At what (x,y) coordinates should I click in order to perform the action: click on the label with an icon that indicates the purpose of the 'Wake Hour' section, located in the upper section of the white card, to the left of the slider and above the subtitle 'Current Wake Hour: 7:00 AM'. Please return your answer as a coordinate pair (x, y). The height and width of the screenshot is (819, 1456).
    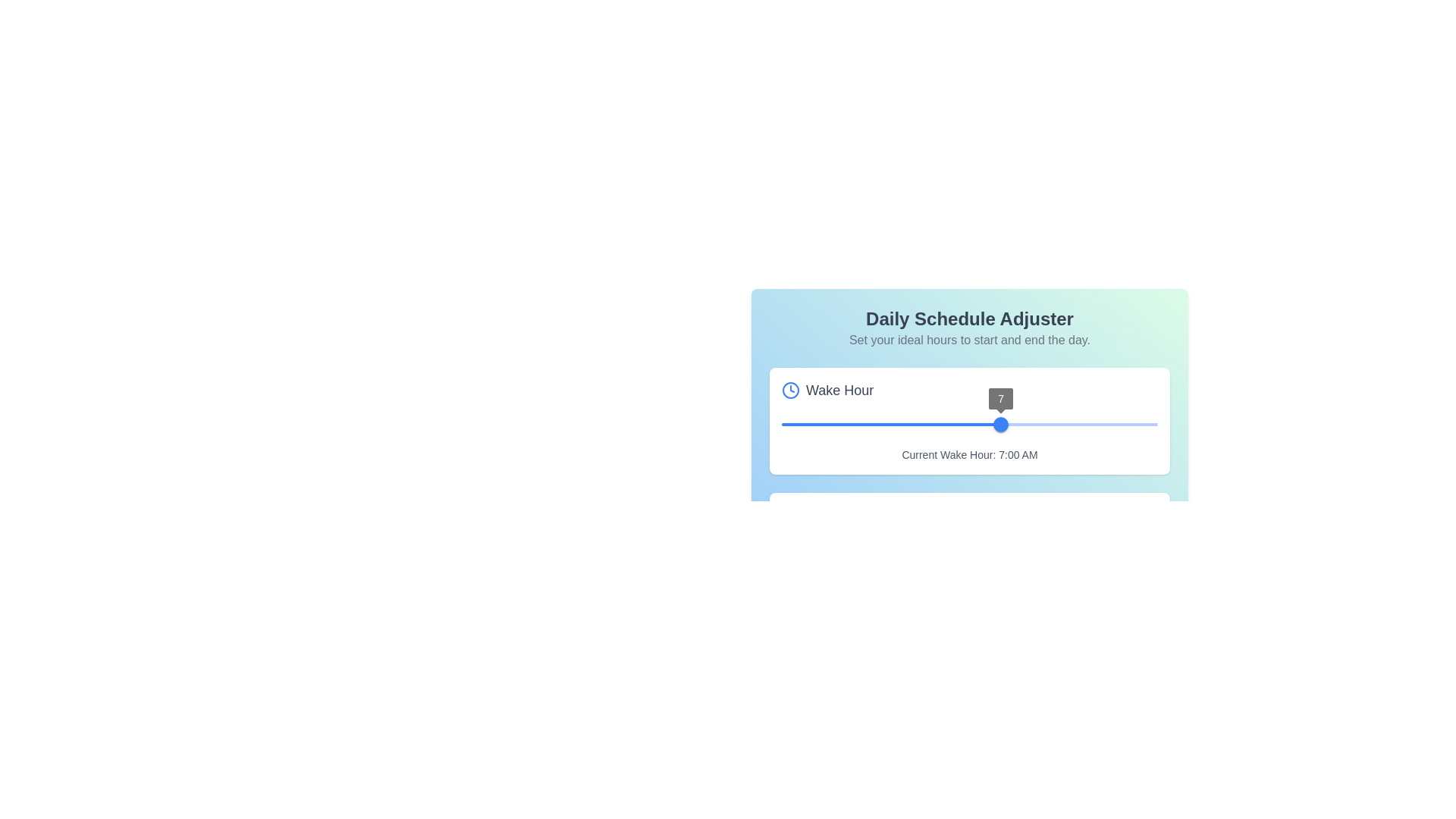
    Looking at the image, I should click on (968, 390).